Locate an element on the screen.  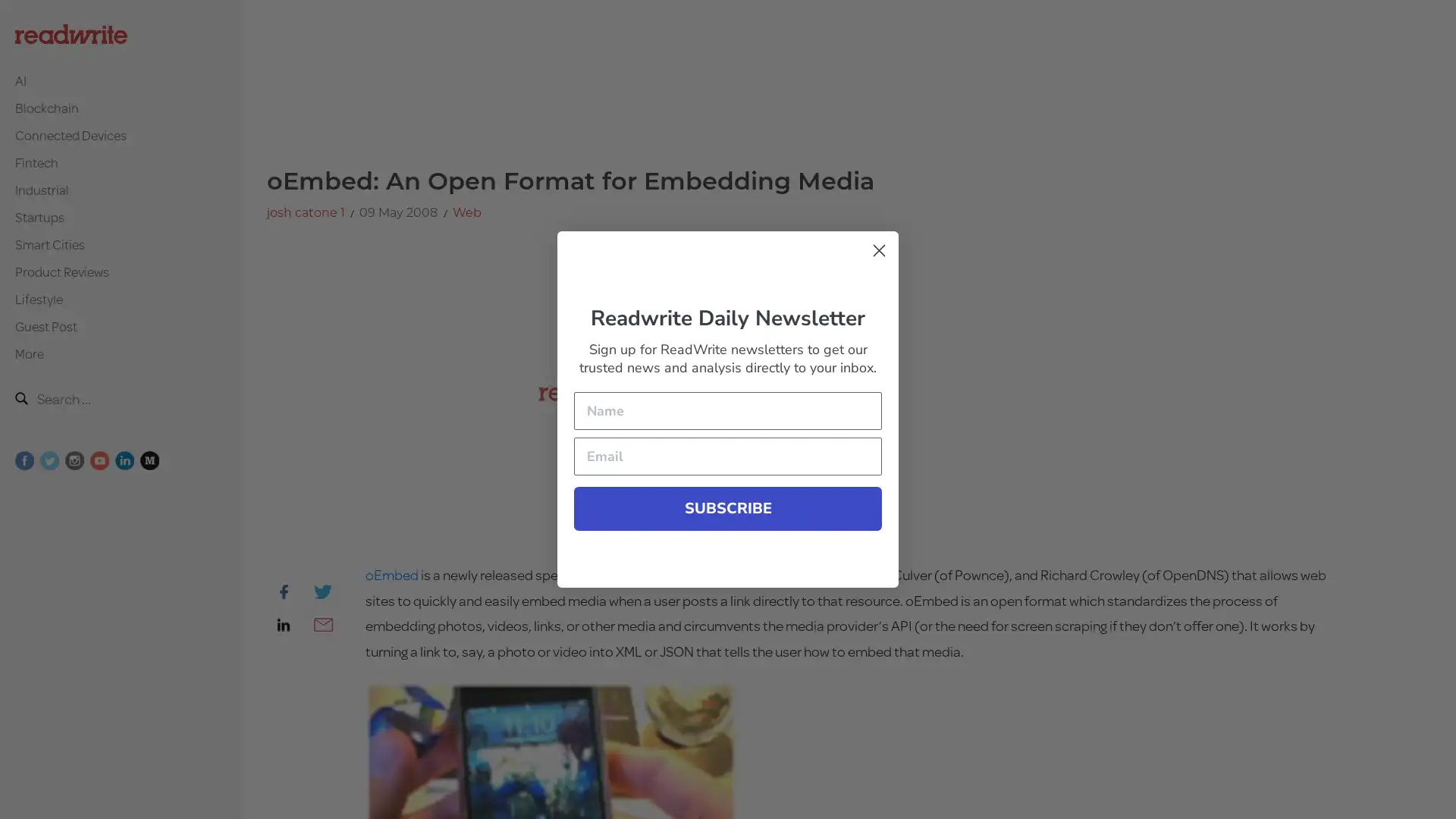
Close form is located at coordinates (879, 249).